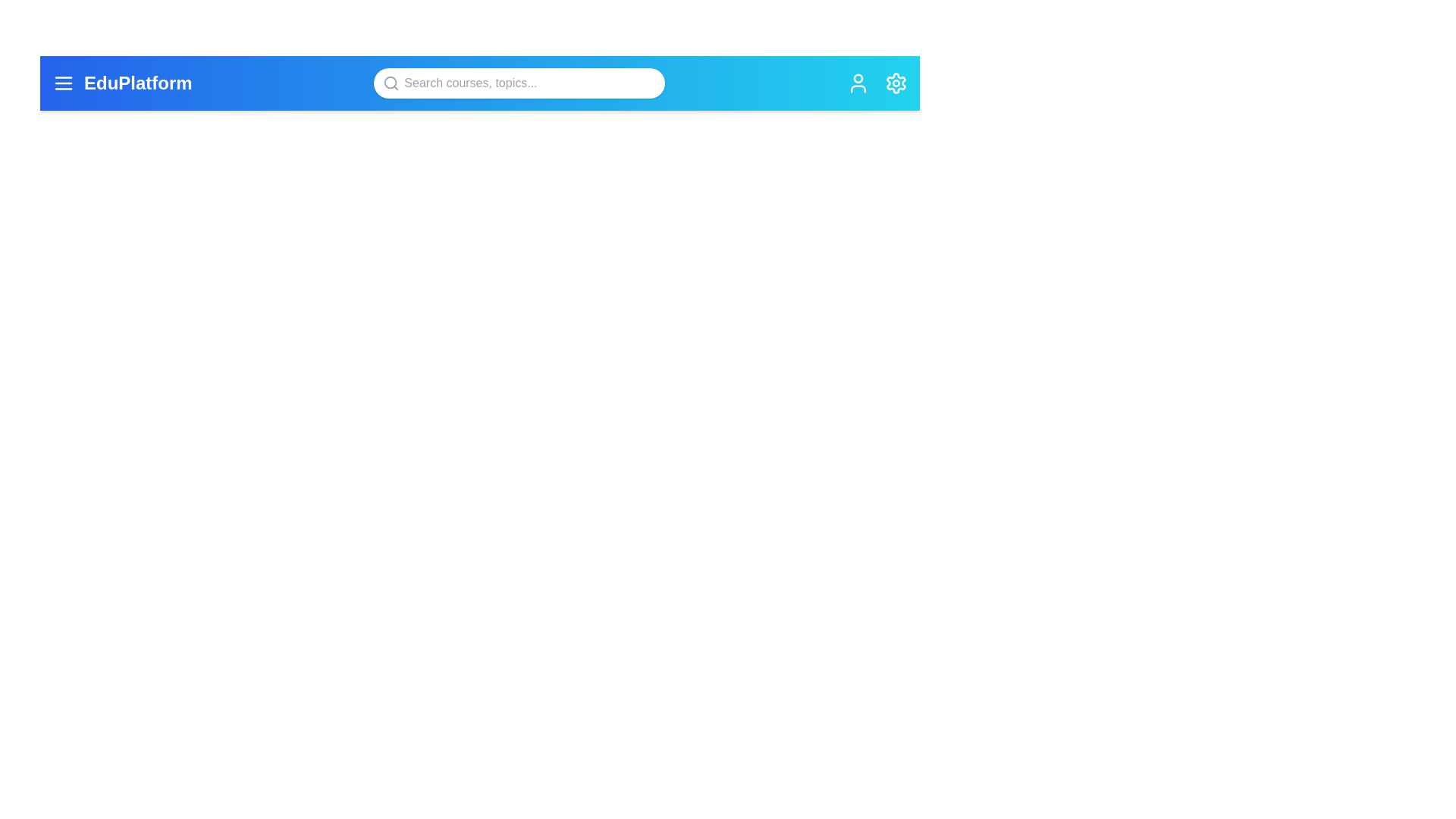 This screenshot has height=819, width=1456. I want to click on the search bar to activate the text input, so click(519, 83).